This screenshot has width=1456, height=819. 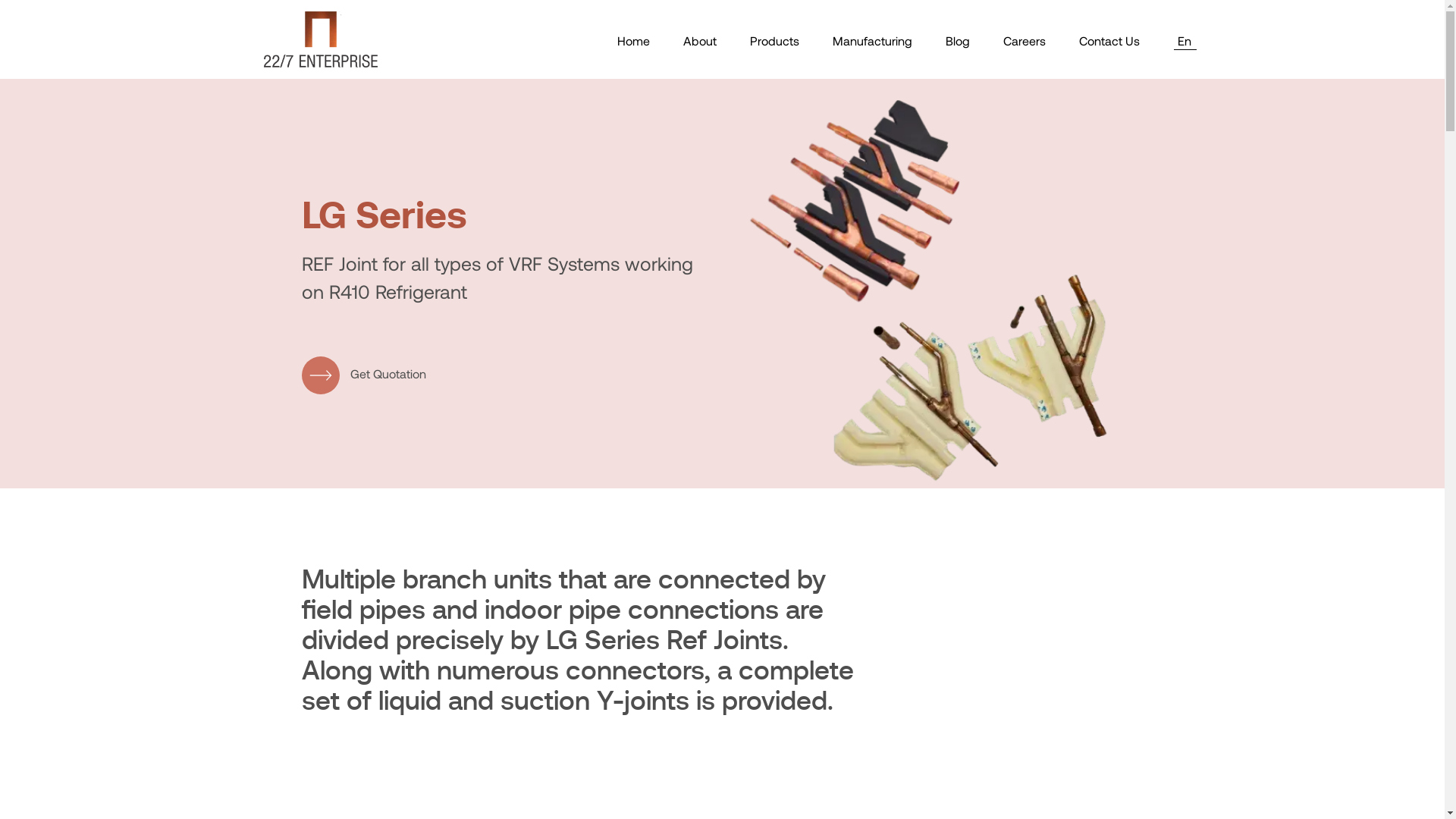 I want to click on 'Blog', so click(x=944, y=39).